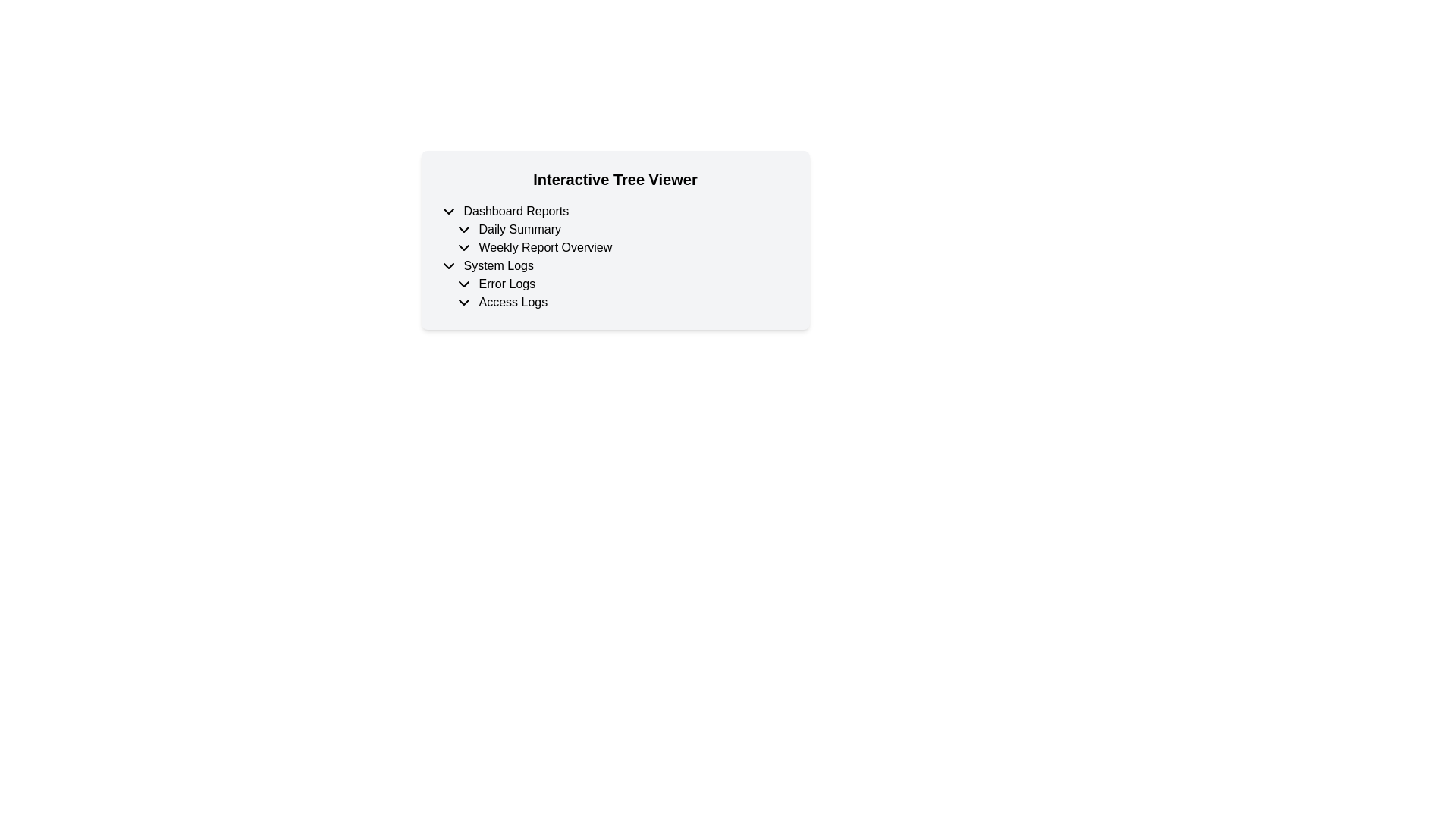  What do you see at coordinates (623, 230) in the screenshot?
I see `the collapsible menu item labeled 'Daily Summary' located within the 'Interactive Tree Viewer' under the 'Dashboard Reports' section` at bounding box center [623, 230].